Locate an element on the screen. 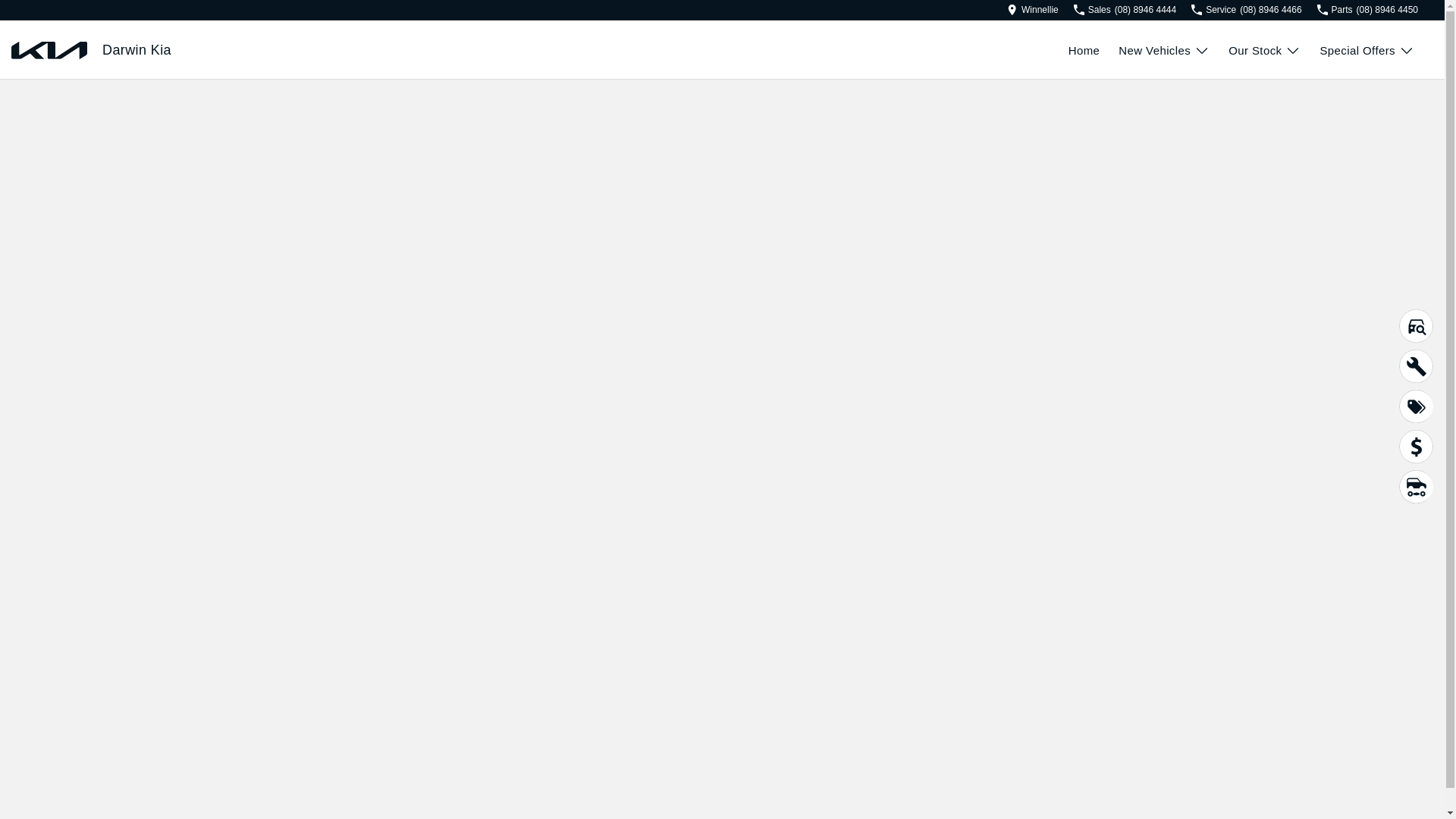  'New Vehicles' is located at coordinates (1118, 49).